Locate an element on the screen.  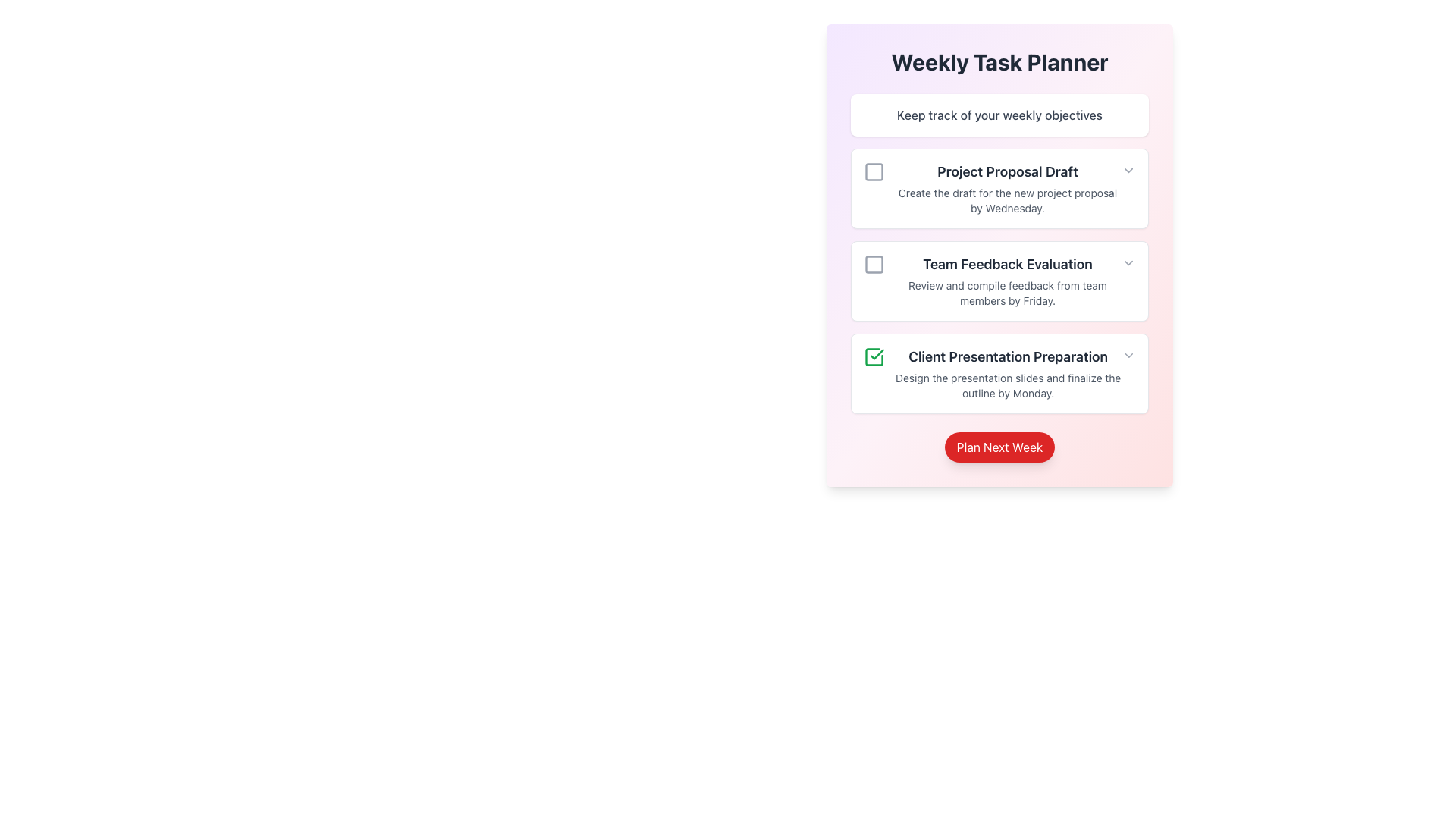
the text block that reads 'Keep track of your weekly objectives' in the 'Weekly Task Planner' card interface is located at coordinates (999, 114).